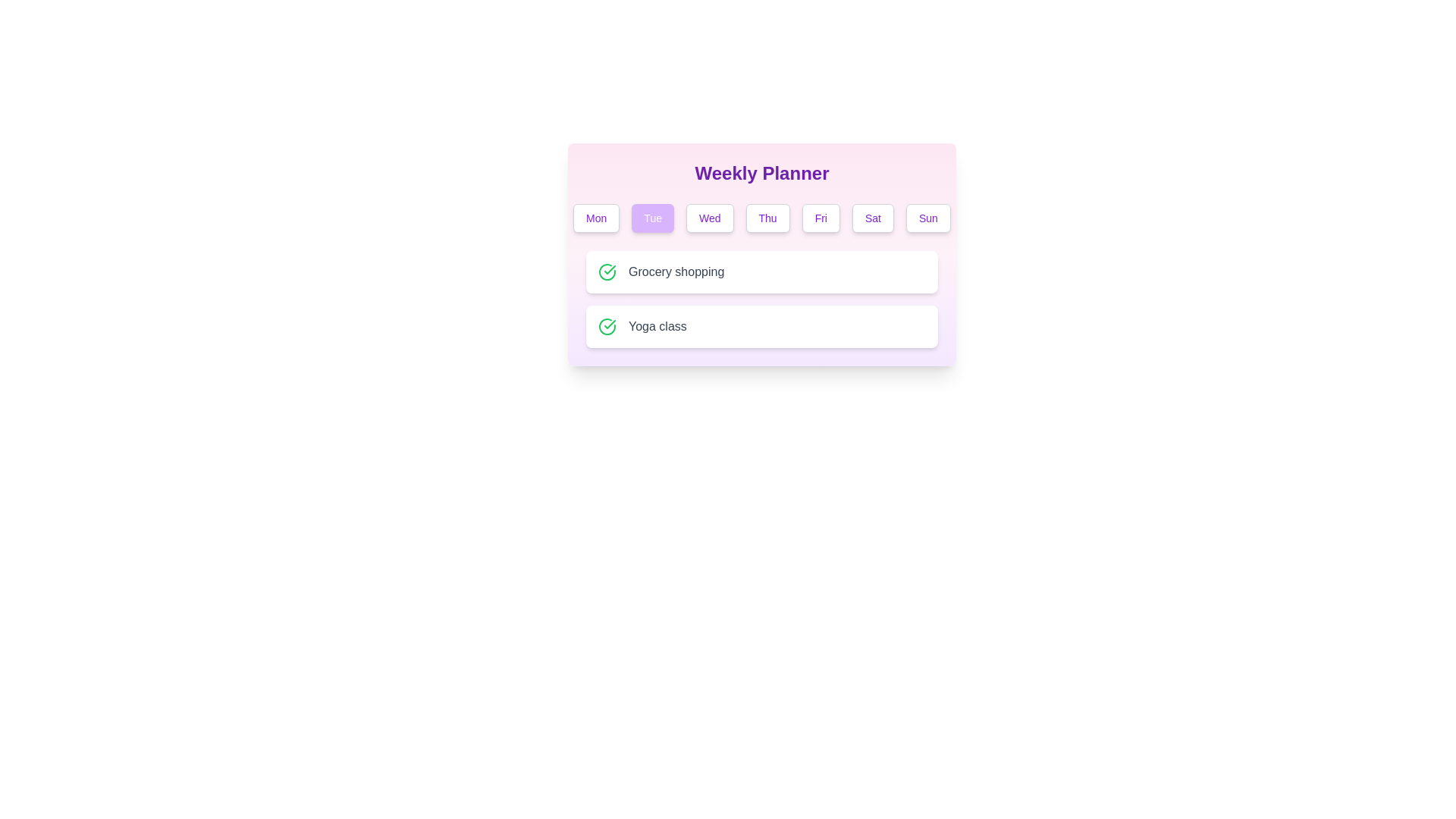  Describe the element at coordinates (927, 218) in the screenshot. I see `the element Sun to observe visual feedback` at that location.